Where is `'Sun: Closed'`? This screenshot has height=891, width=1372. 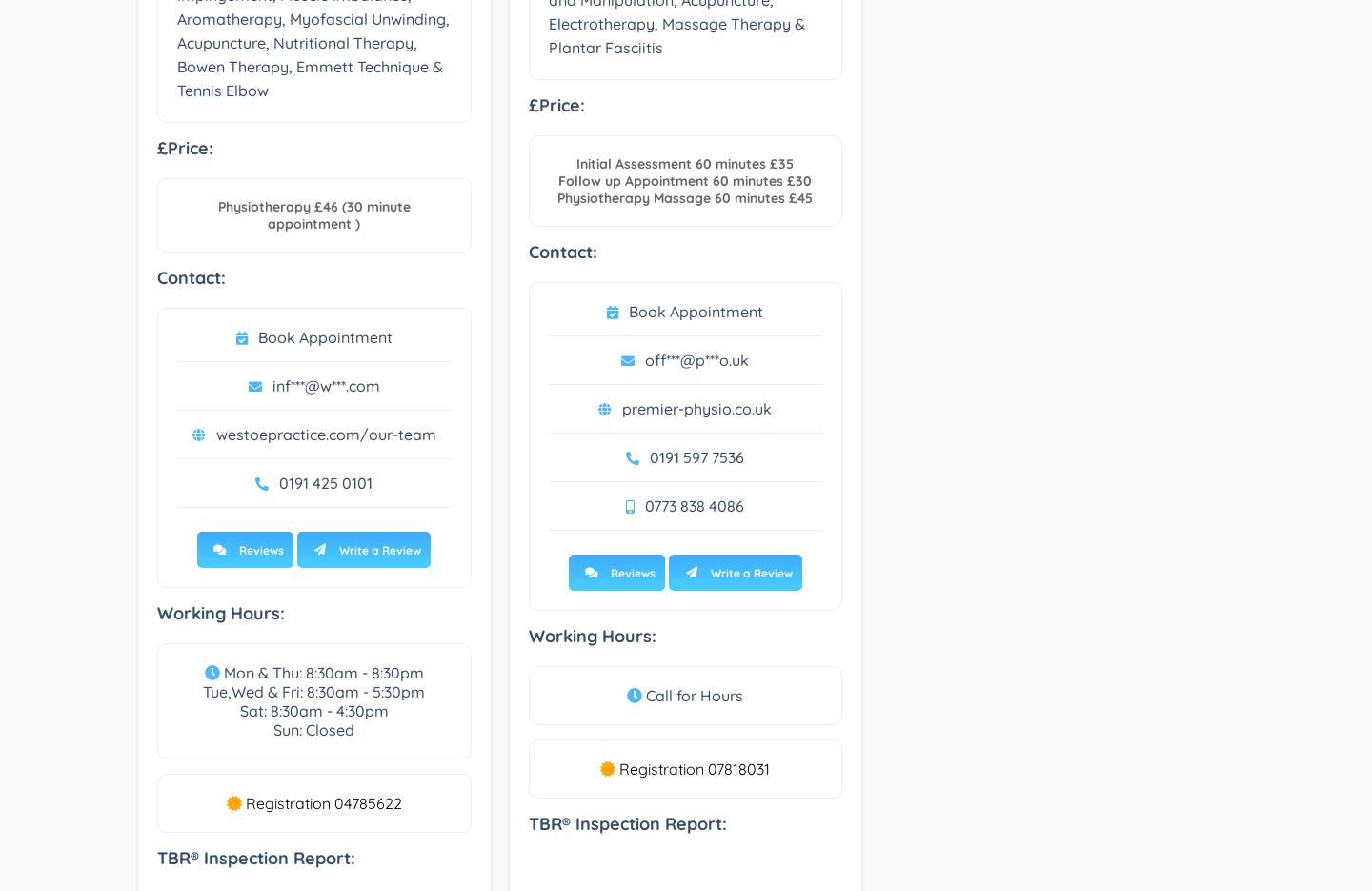
'Sun: Closed' is located at coordinates (272, 729).